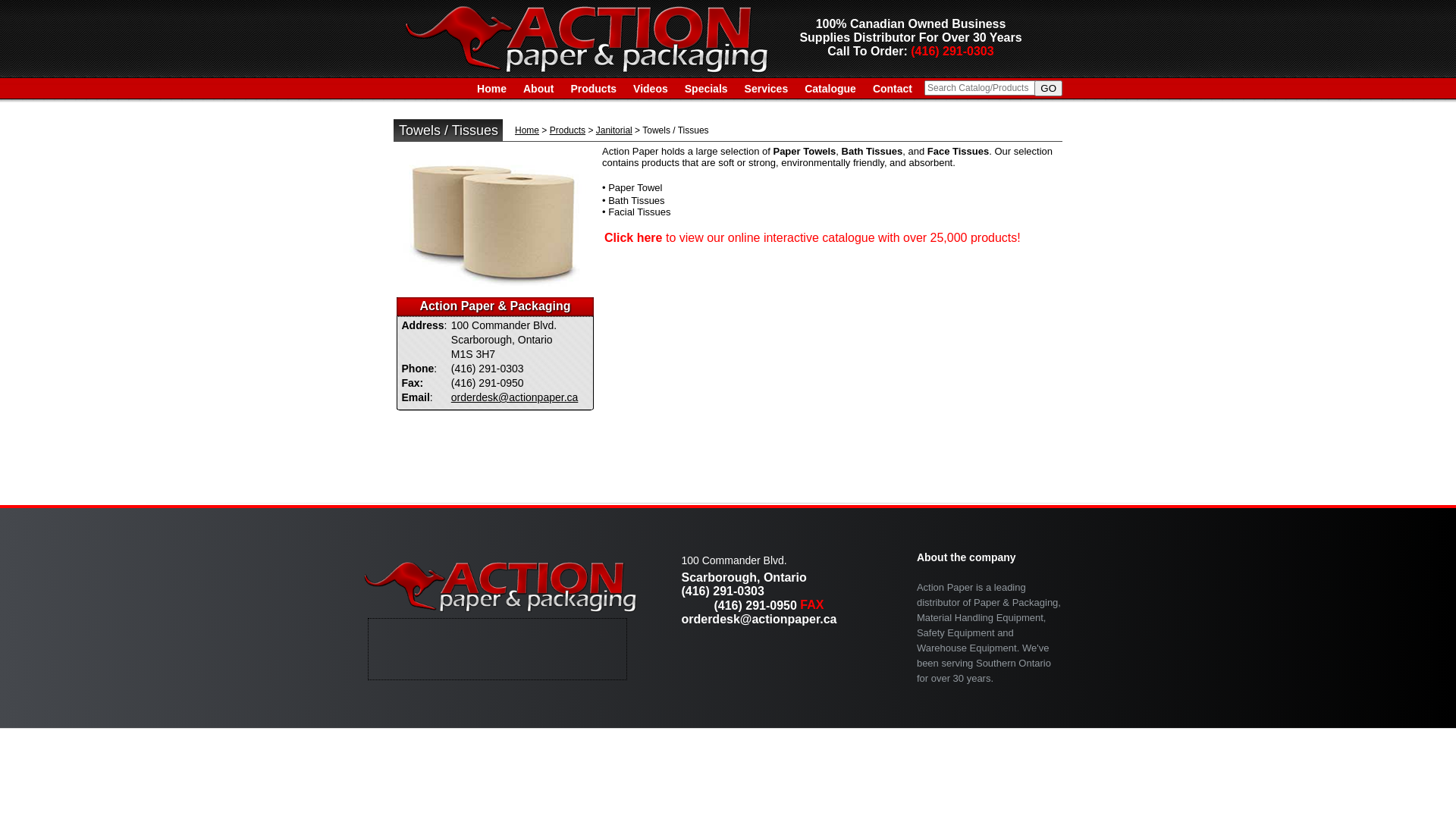  What do you see at coordinates (491, 88) in the screenshot?
I see `'Home'` at bounding box center [491, 88].